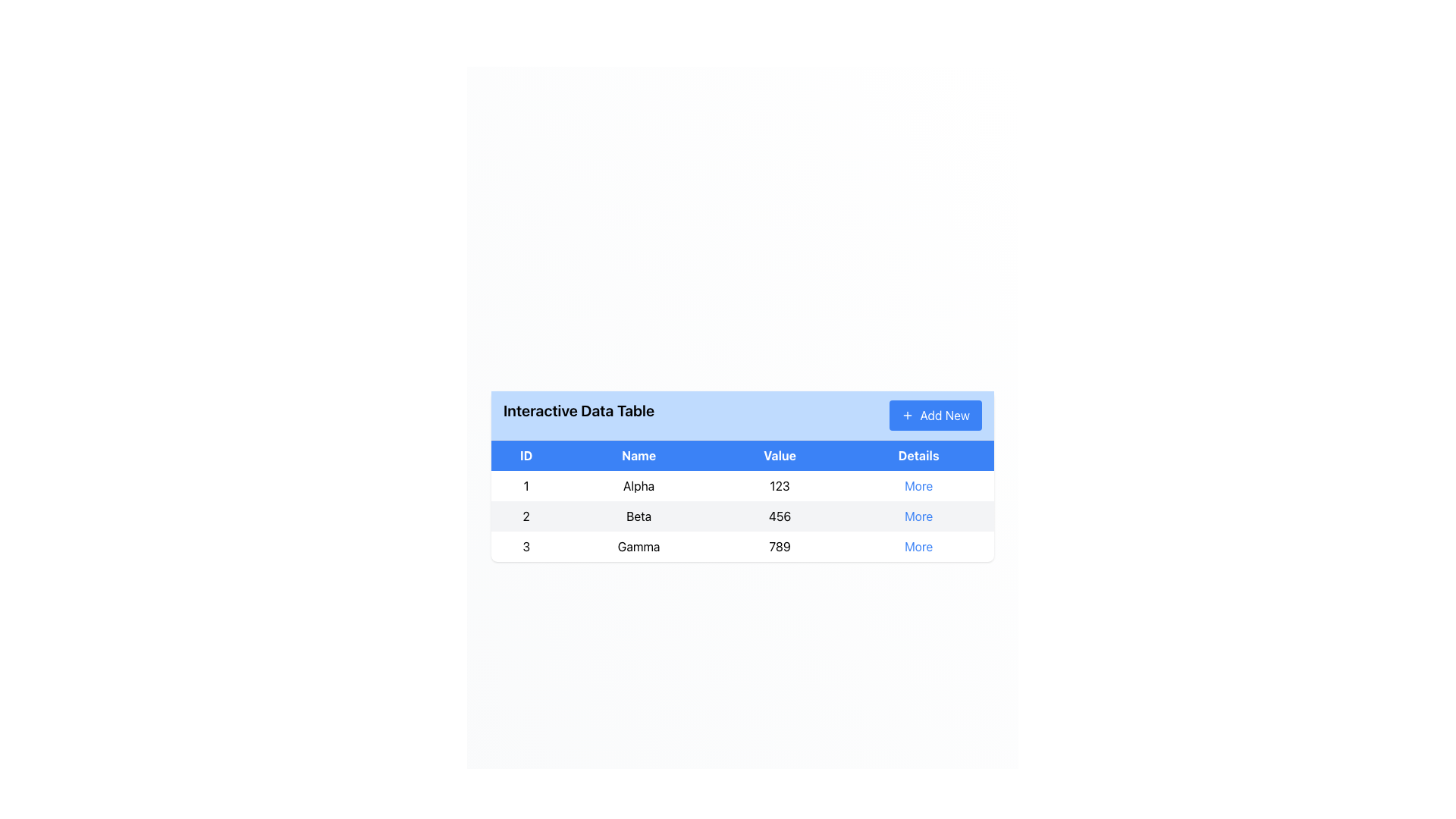 The image size is (1456, 819). What do you see at coordinates (918, 546) in the screenshot?
I see `the interactive link located in the 'Details' column of the third row in the table` at bounding box center [918, 546].